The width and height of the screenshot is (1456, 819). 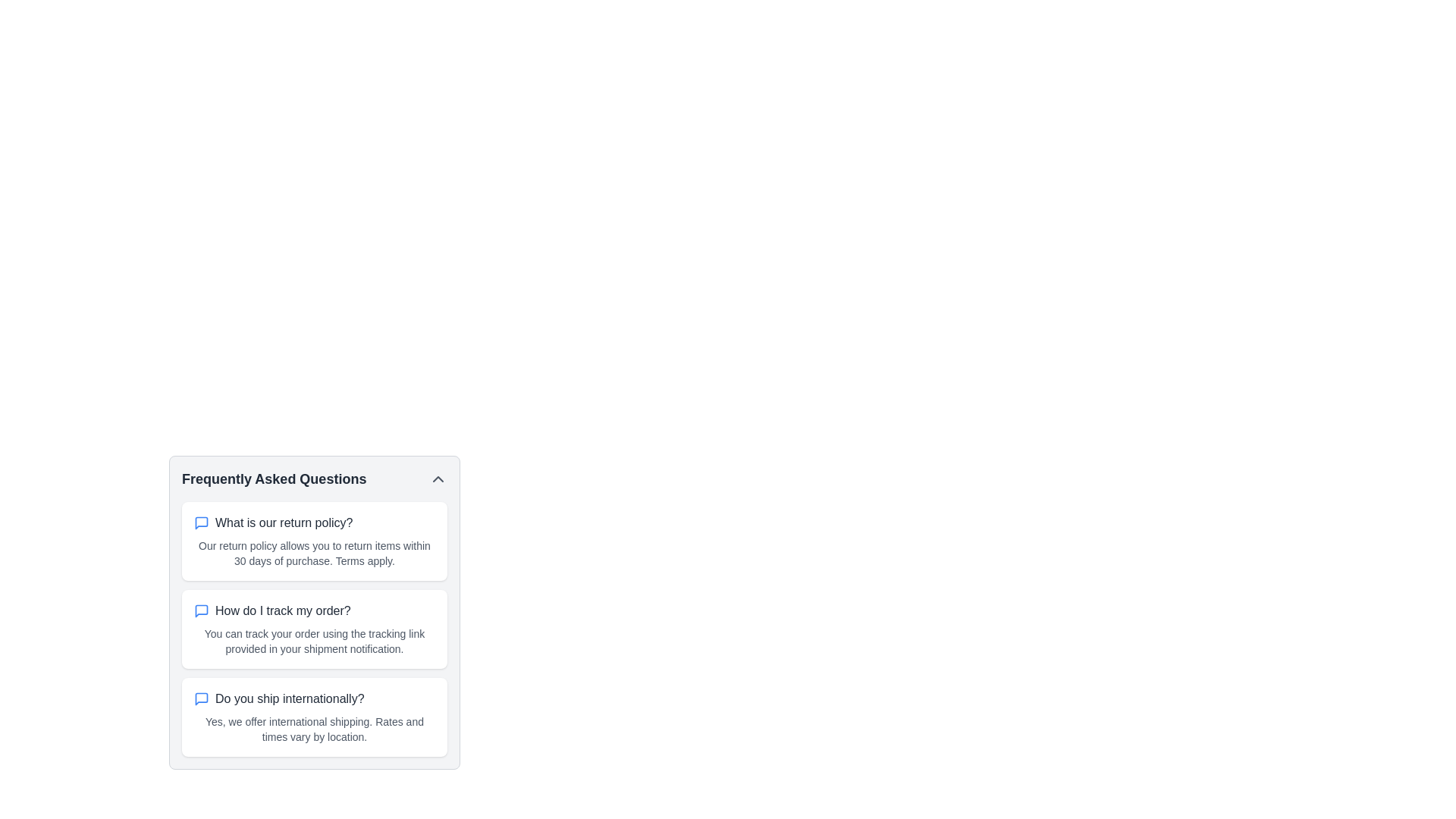 I want to click on the informational text block that guides users on how to track their orders, located in the FAQ section under the question 'How do I track my order?', so click(x=313, y=641).